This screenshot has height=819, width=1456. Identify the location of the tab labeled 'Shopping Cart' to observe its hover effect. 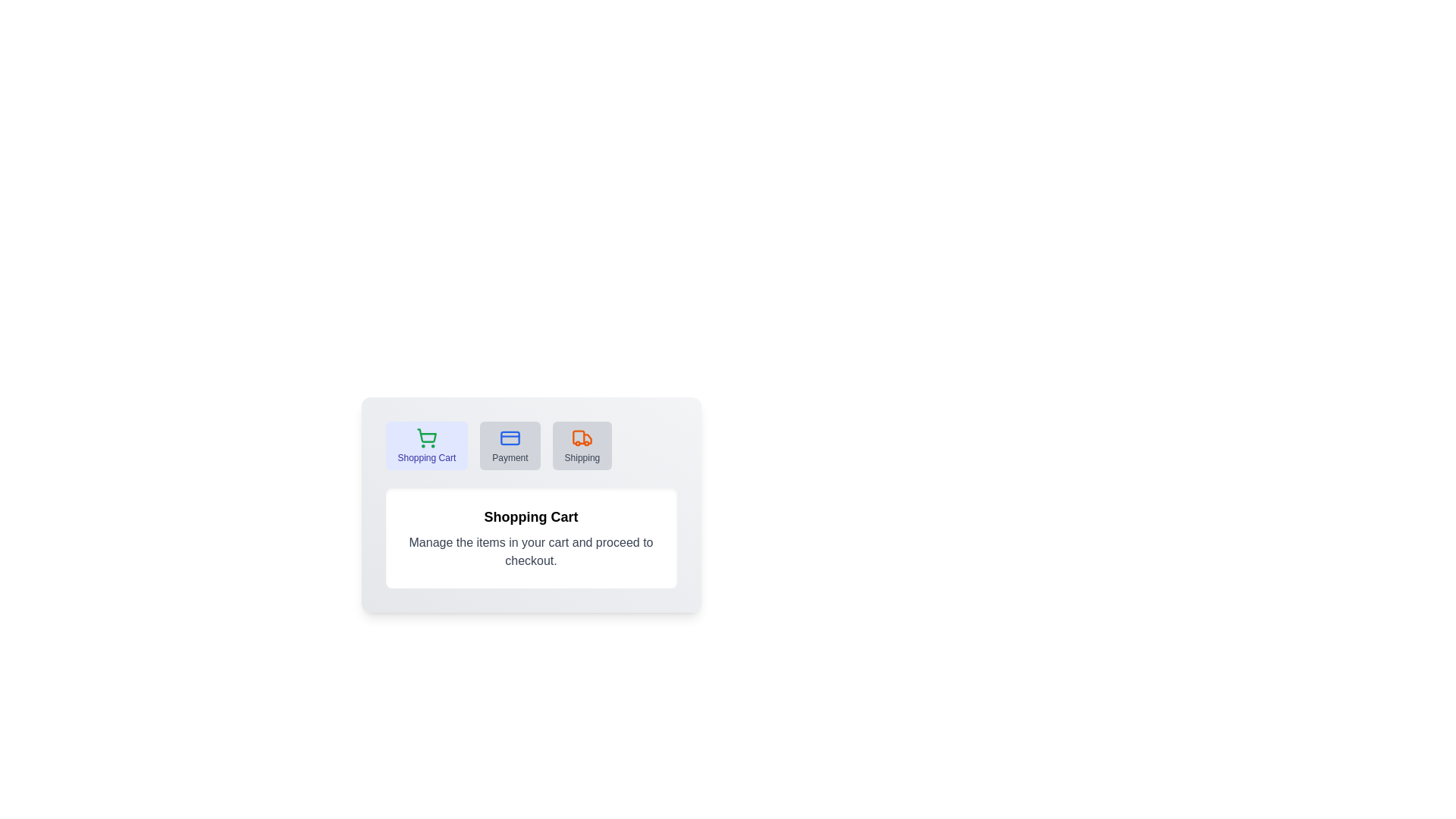
(425, 444).